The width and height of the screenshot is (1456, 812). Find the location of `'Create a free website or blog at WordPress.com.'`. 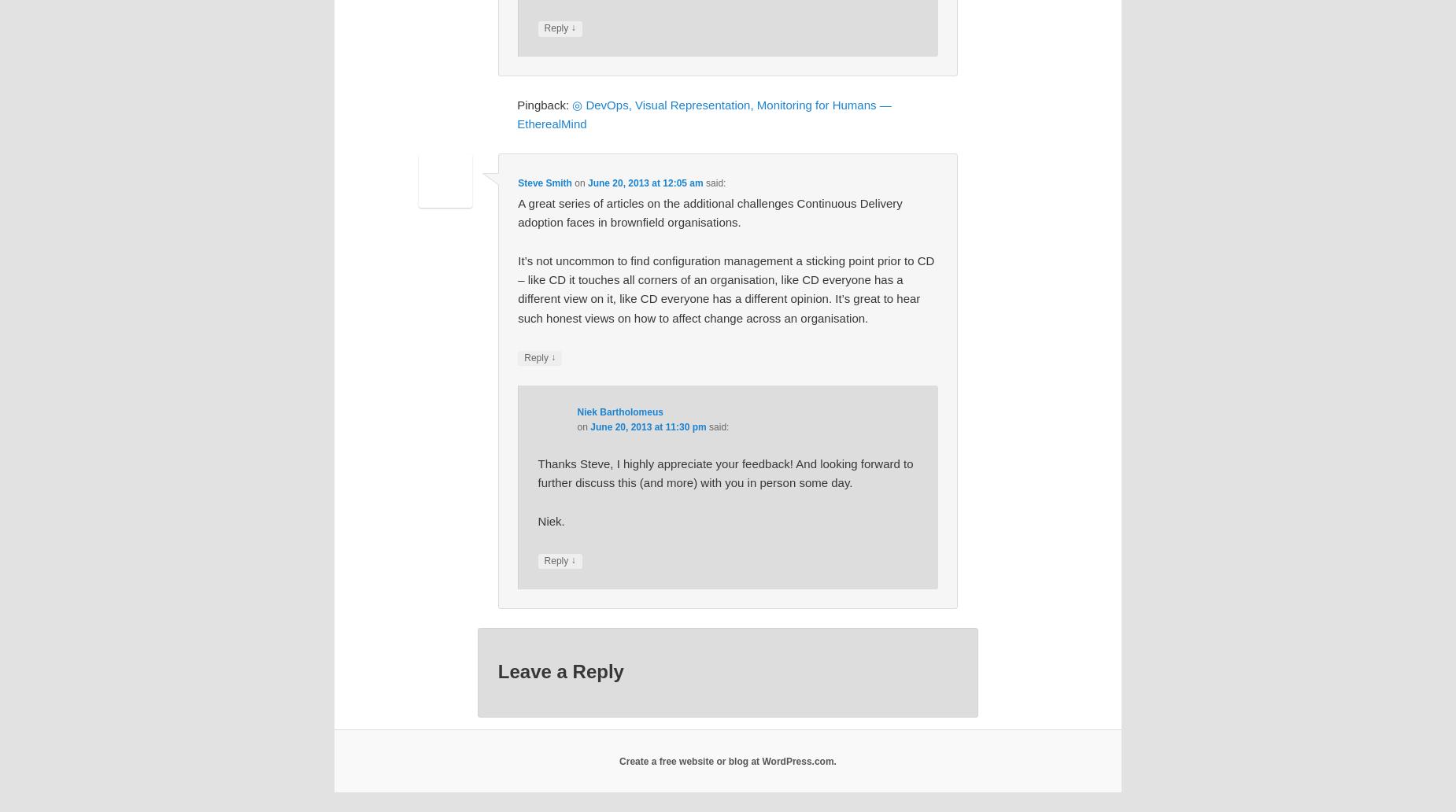

'Create a free website or blog at WordPress.com.' is located at coordinates (727, 759).